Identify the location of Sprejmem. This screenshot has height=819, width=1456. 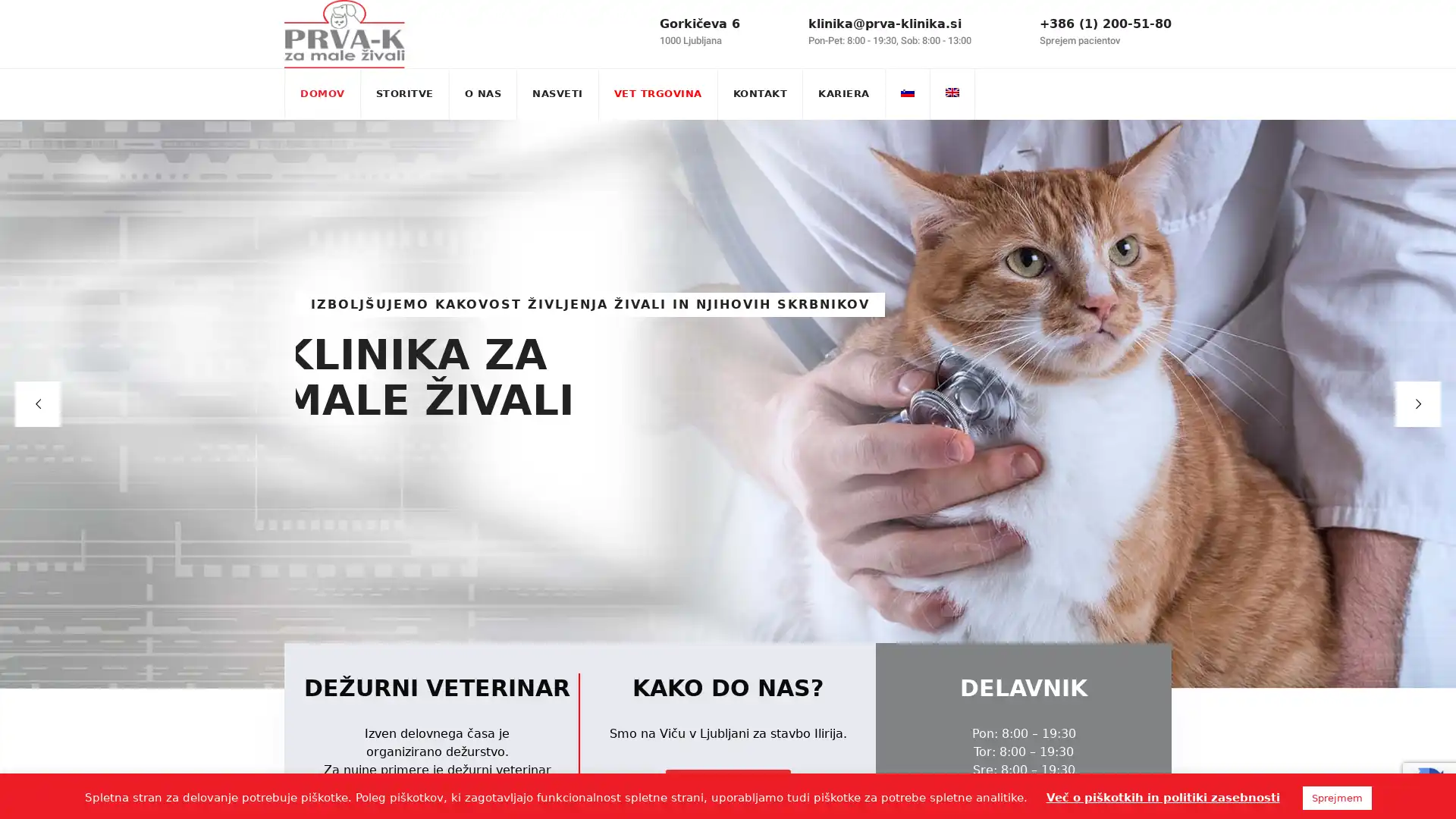
(1336, 797).